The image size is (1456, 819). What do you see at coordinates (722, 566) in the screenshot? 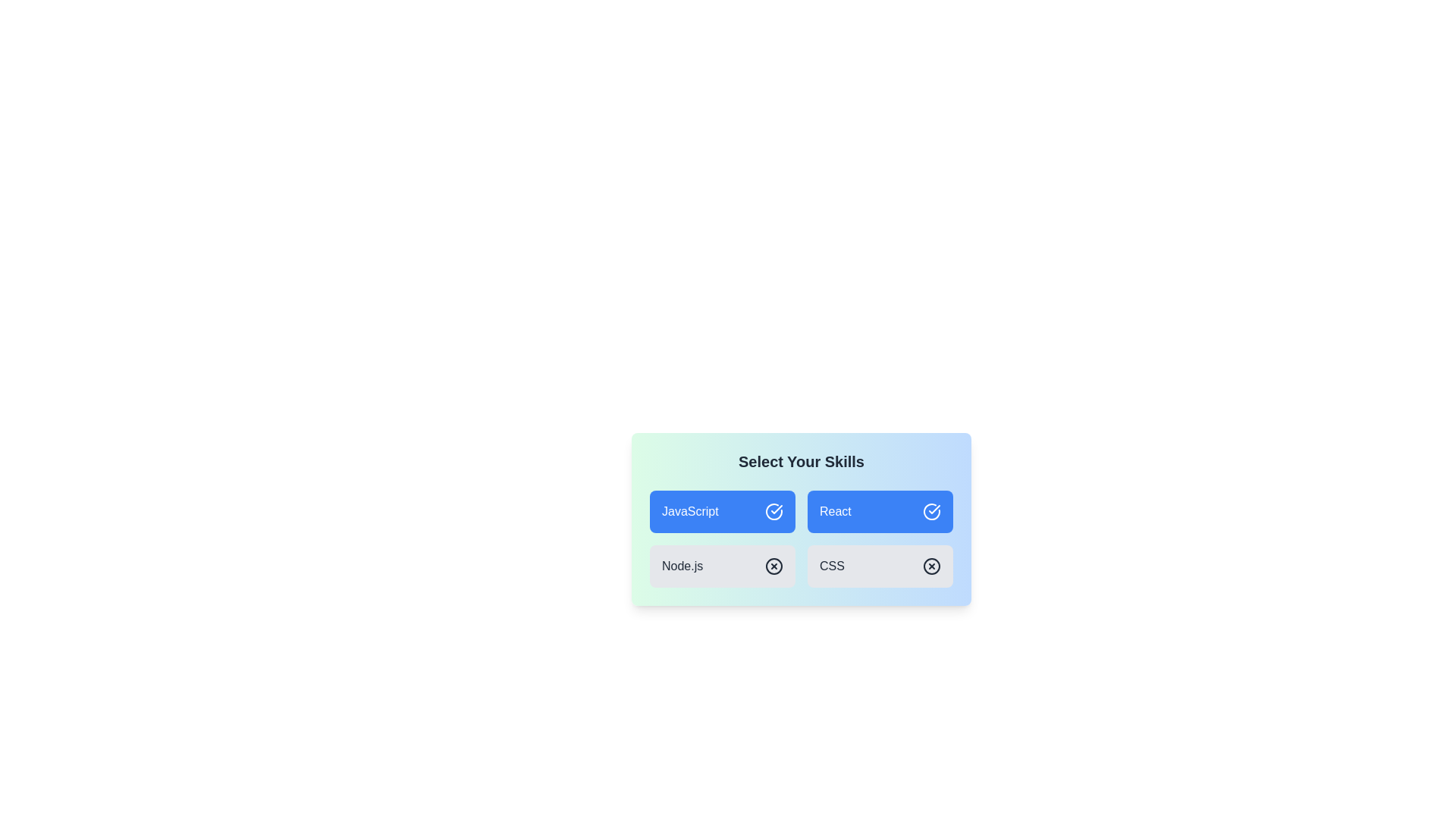
I see `the skill item Node.js by clicking on it` at bounding box center [722, 566].